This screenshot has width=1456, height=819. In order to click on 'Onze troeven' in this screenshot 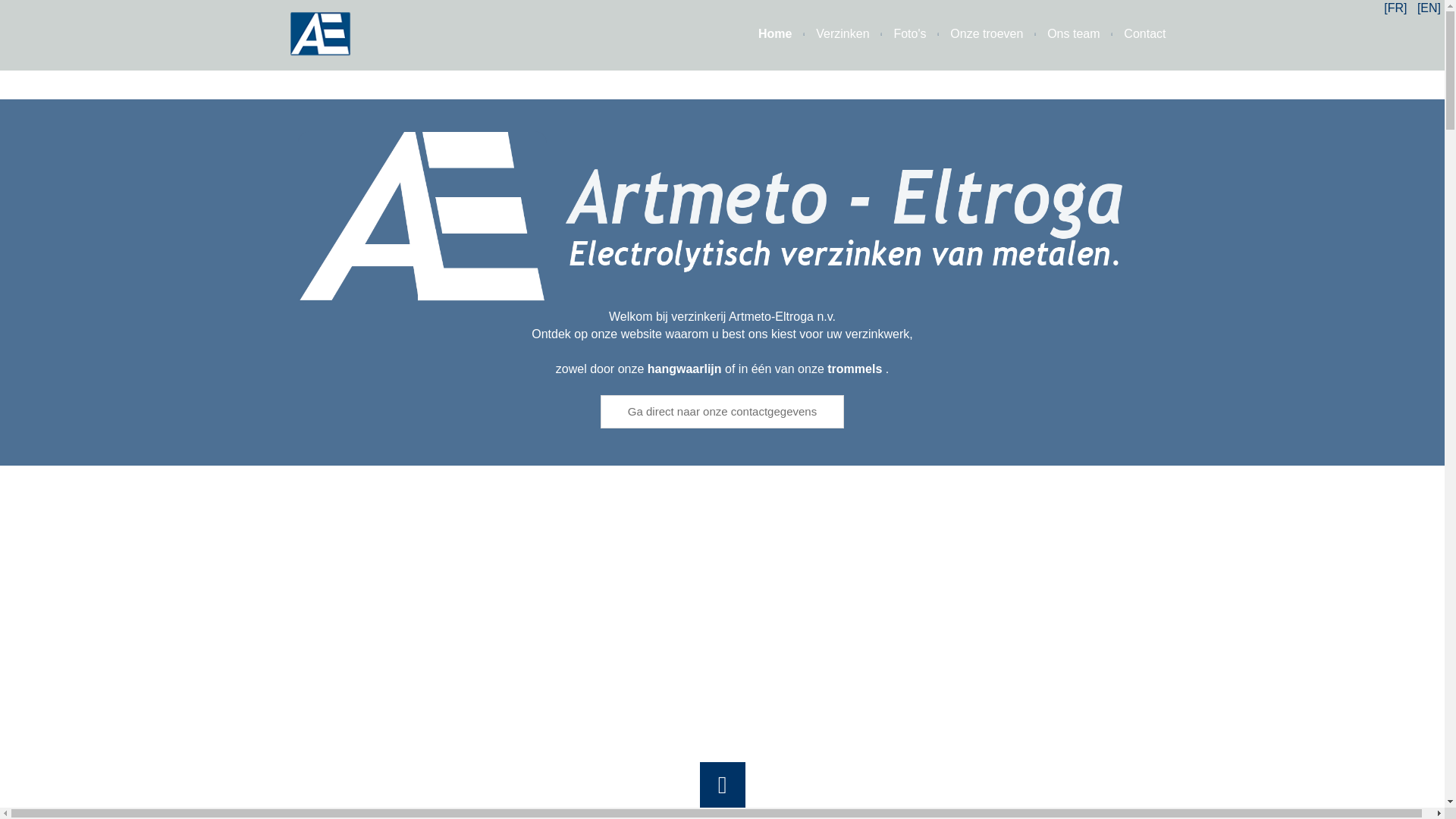, I will do `click(924, 34)`.